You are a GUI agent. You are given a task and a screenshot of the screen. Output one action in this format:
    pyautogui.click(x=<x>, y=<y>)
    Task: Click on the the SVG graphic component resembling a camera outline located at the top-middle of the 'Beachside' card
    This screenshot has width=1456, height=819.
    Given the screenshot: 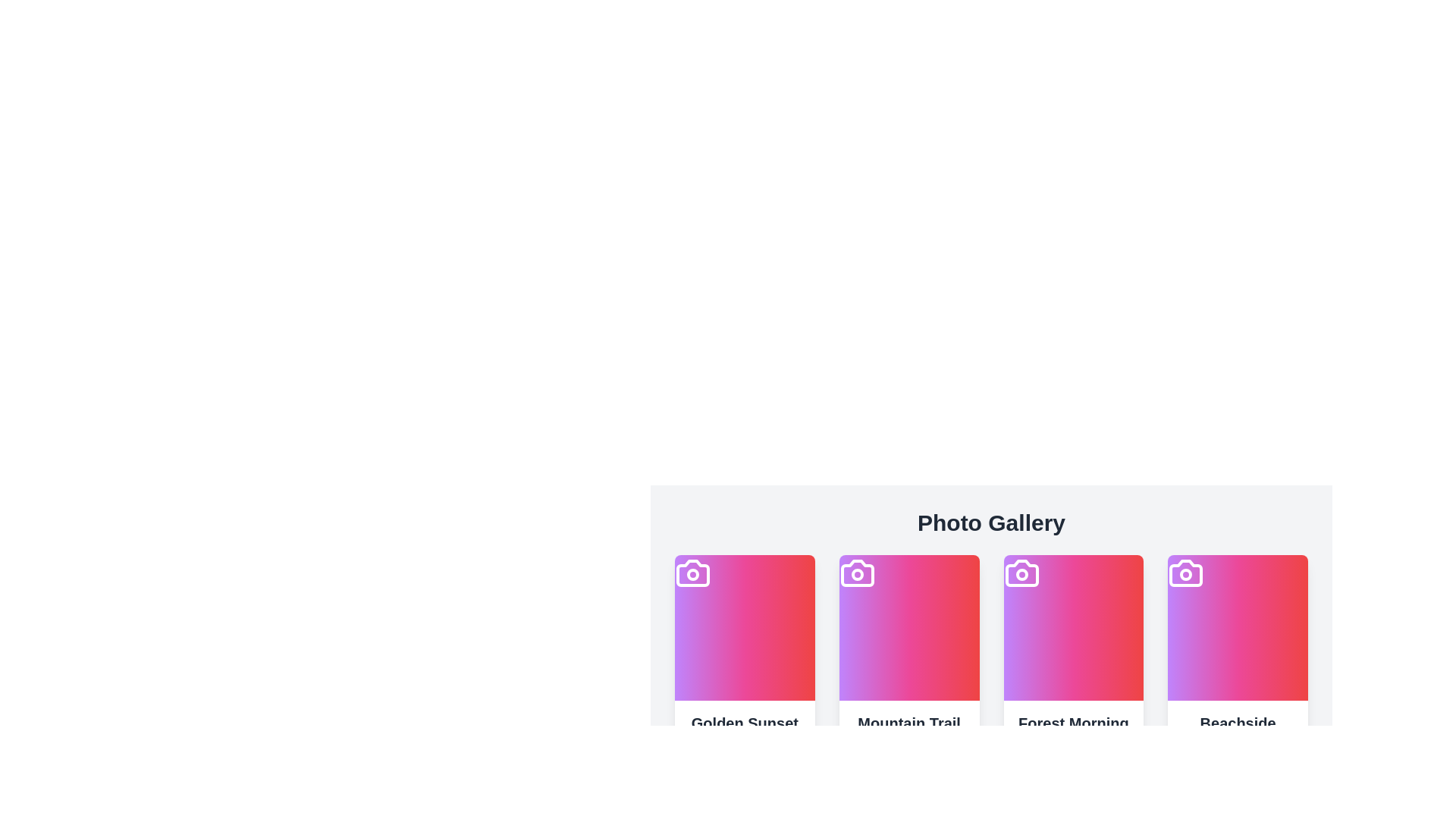 What is the action you would take?
    pyautogui.click(x=1185, y=573)
    